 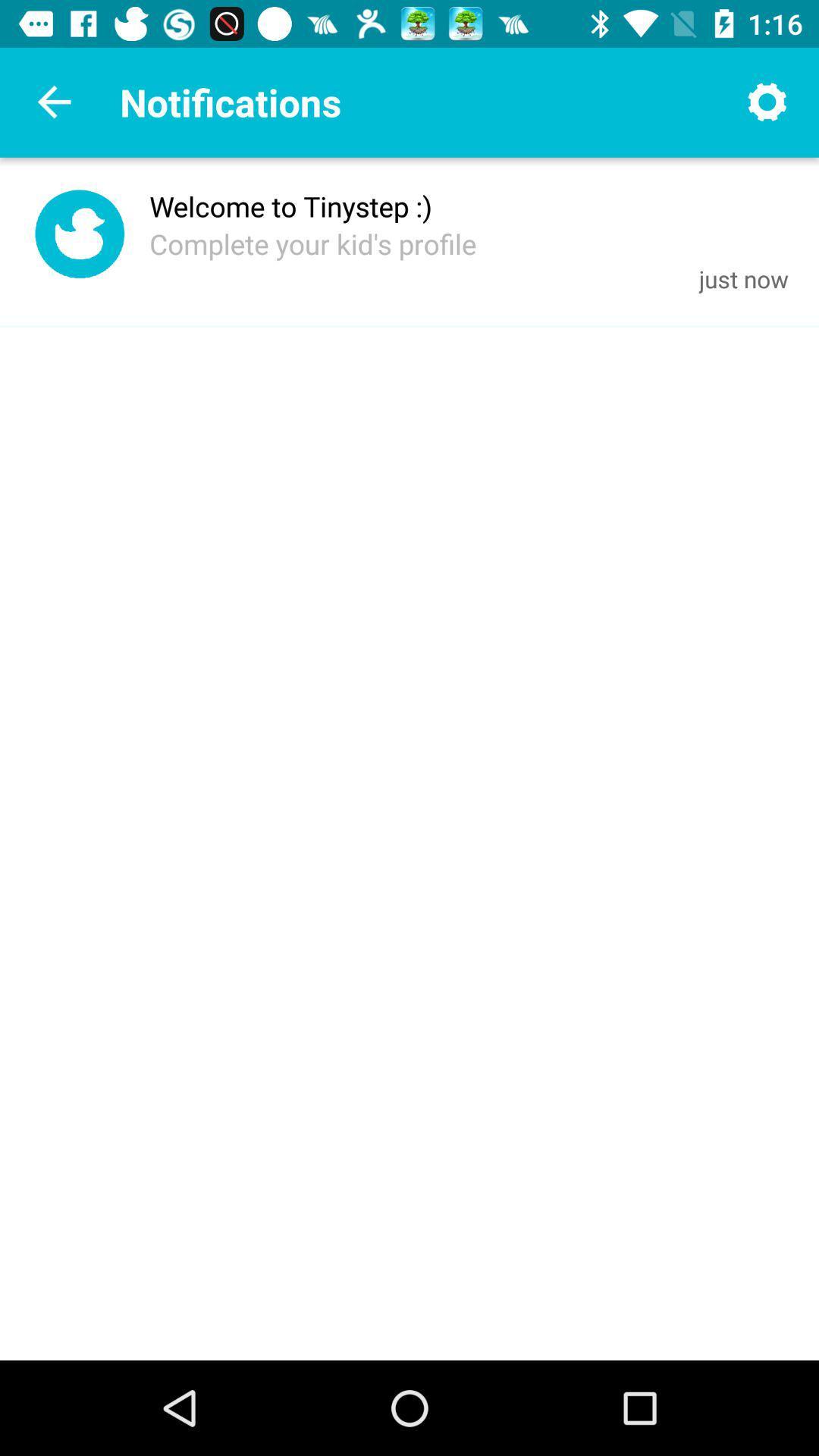 What do you see at coordinates (742, 278) in the screenshot?
I see `just now icon` at bounding box center [742, 278].